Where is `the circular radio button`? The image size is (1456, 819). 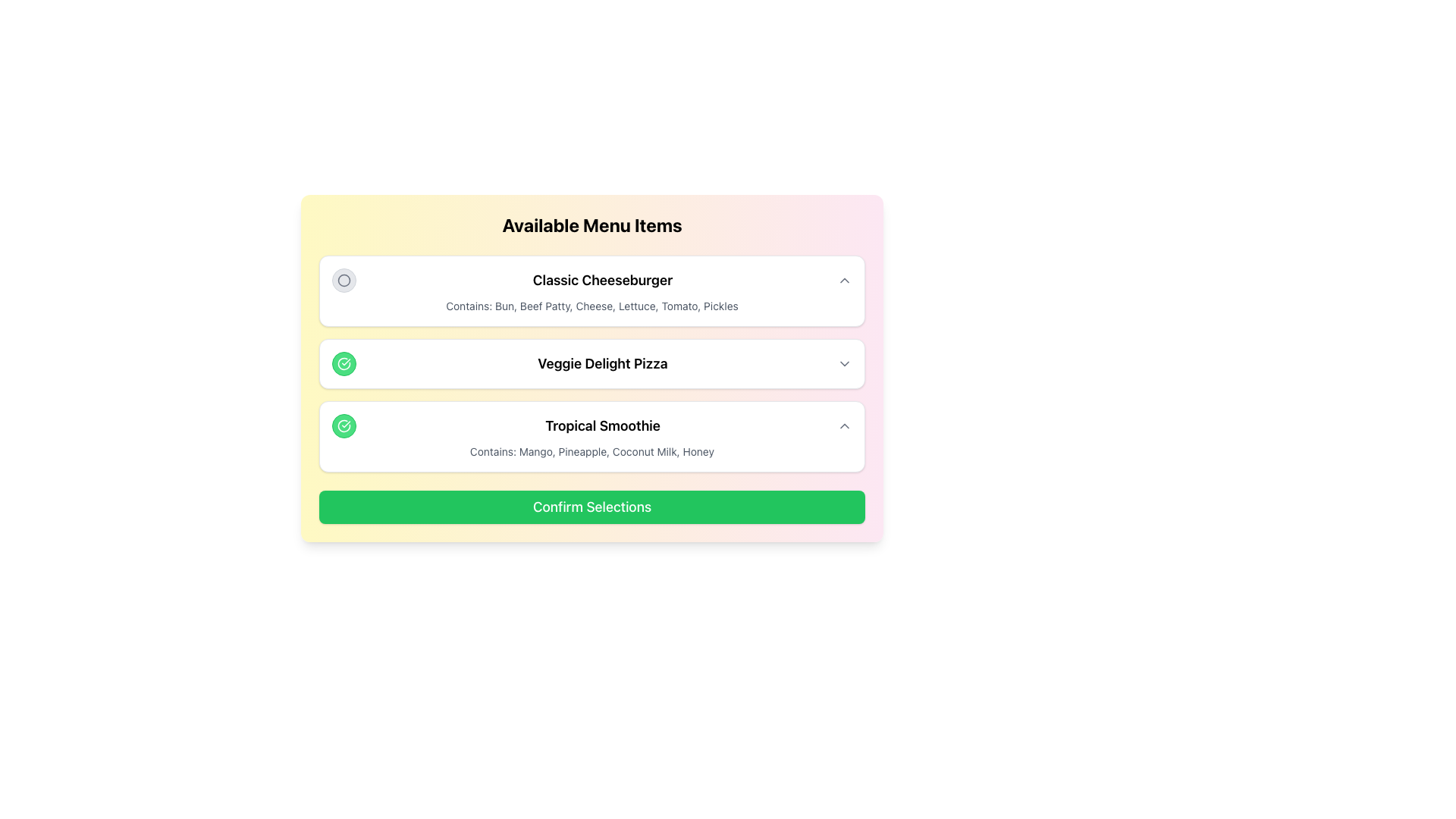
the circular radio button is located at coordinates (344, 281).